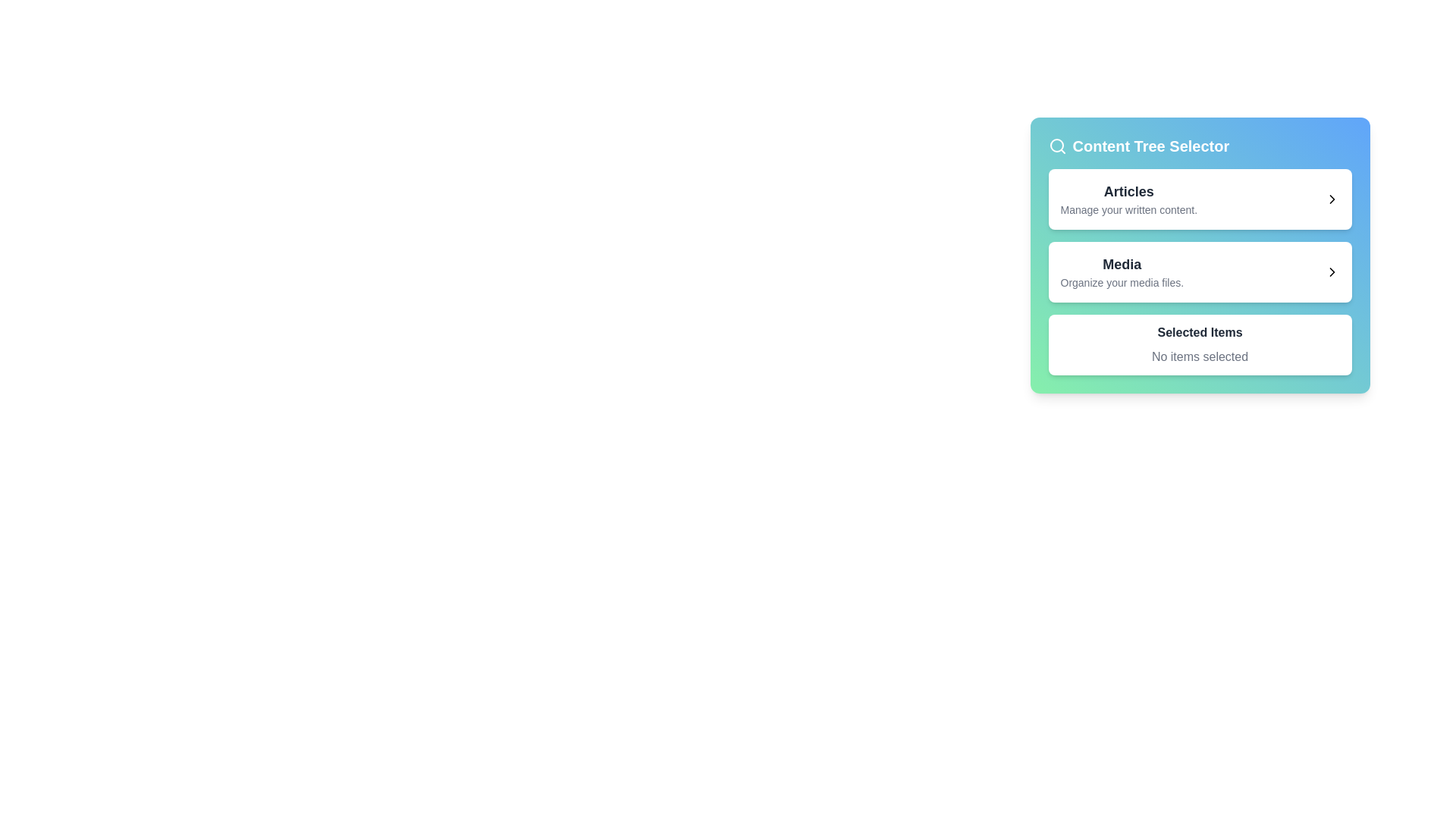 The width and height of the screenshot is (1456, 819). I want to click on the Informative component that displays 'Selected Items' and 'No items selected' located below the 'Media' section in the Content Tree Selector, so click(1199, 345).